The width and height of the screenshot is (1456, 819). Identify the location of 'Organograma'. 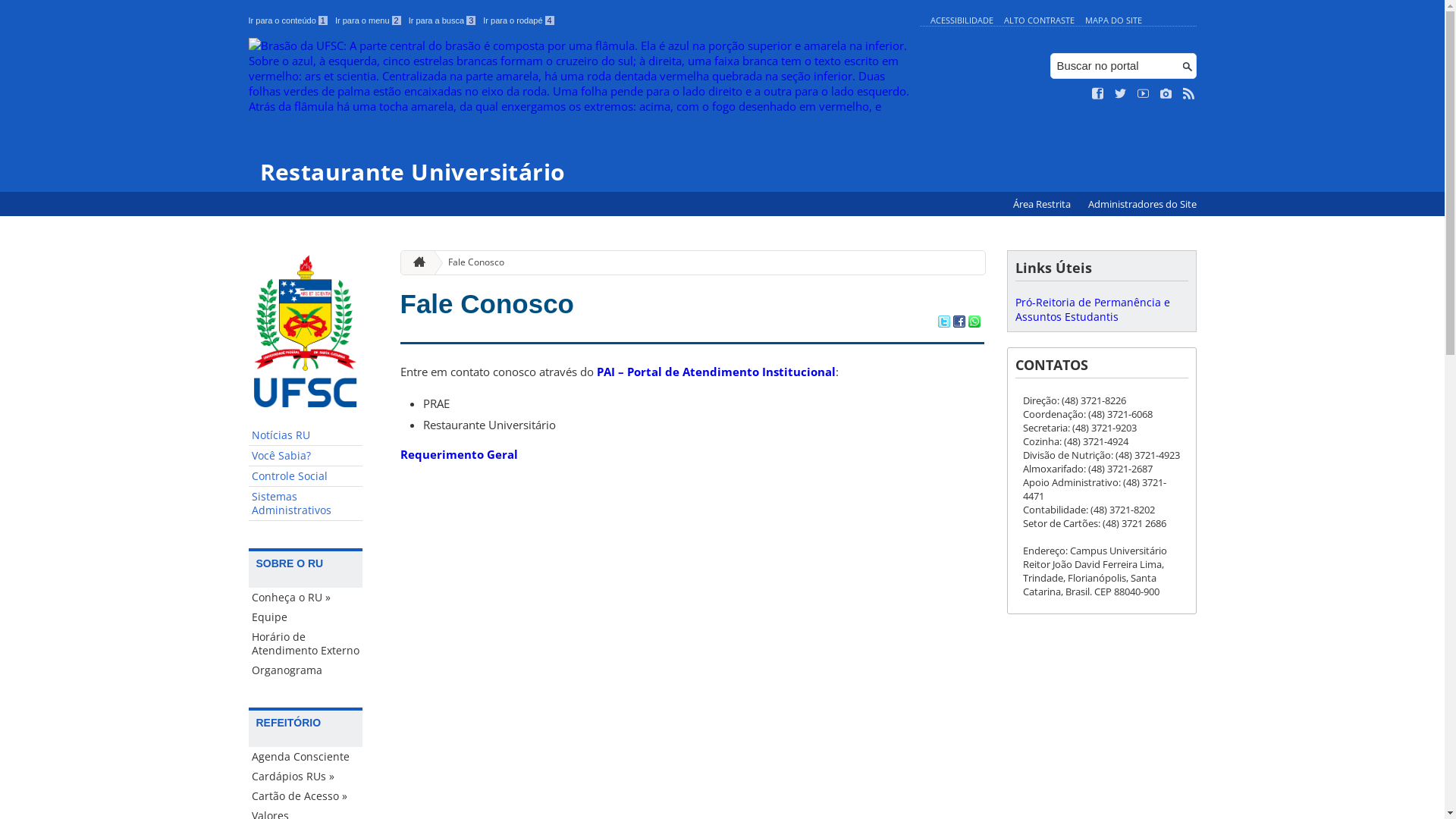
(248, 669).